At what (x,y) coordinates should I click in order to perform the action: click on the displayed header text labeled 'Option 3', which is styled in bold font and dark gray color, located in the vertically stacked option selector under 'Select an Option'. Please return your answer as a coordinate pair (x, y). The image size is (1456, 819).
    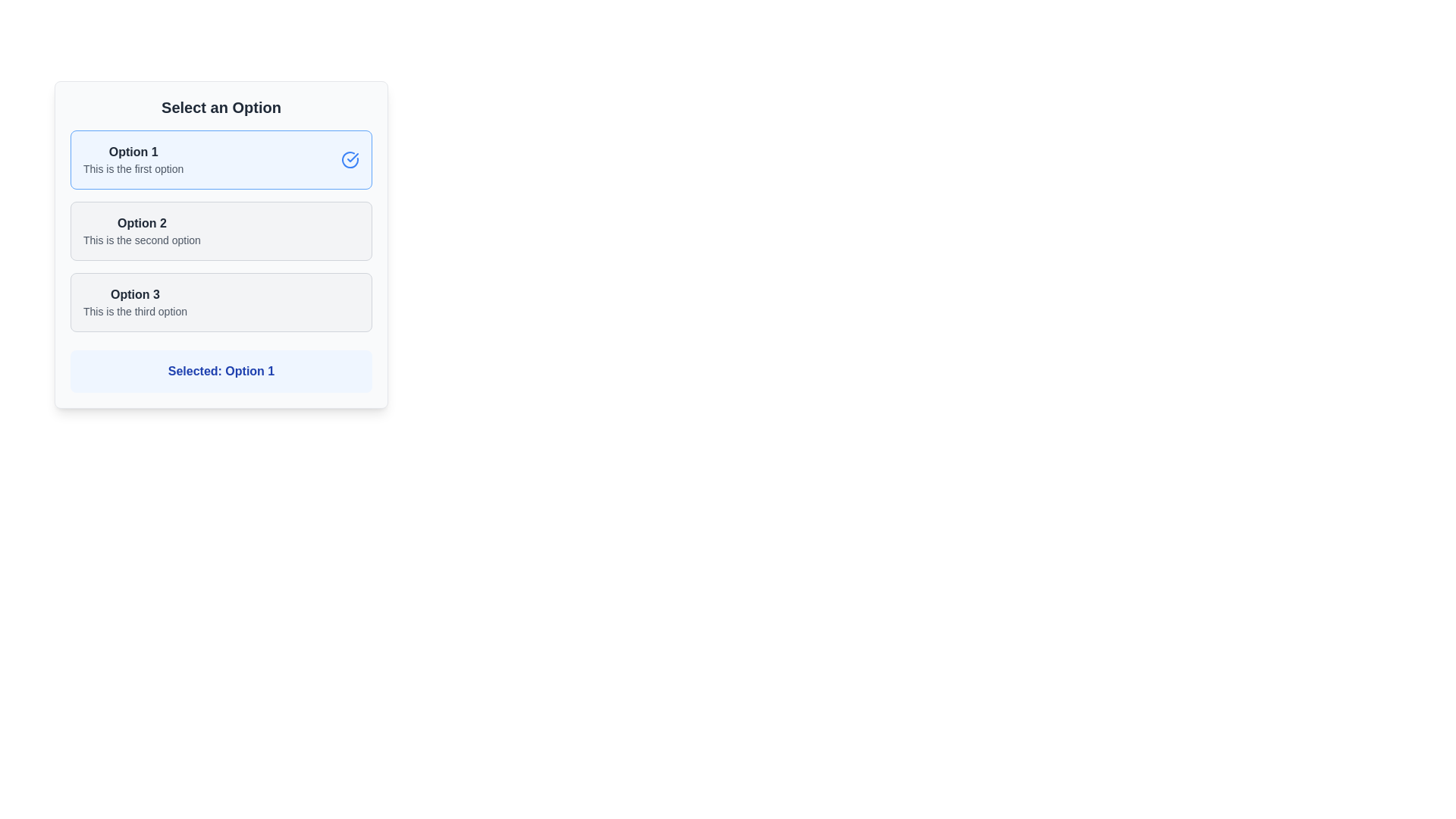
    Looking at the image, I should click on (135, 295).